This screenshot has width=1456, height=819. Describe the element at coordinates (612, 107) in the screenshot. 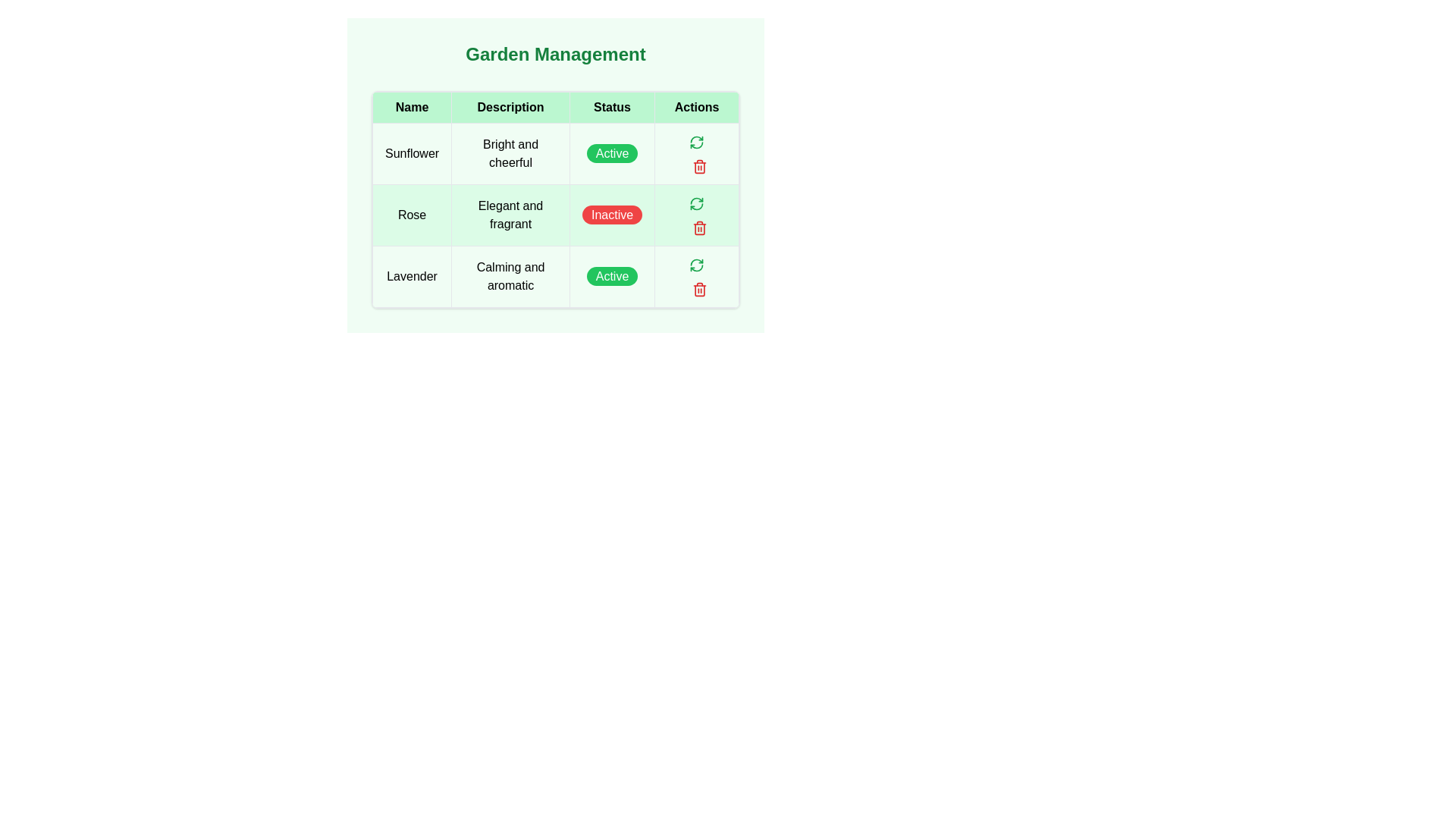

I see `the text label in the third column of the table header, which indicates the data category for the column, positioned between the 'Description' and 'Actions' columns` at that location.